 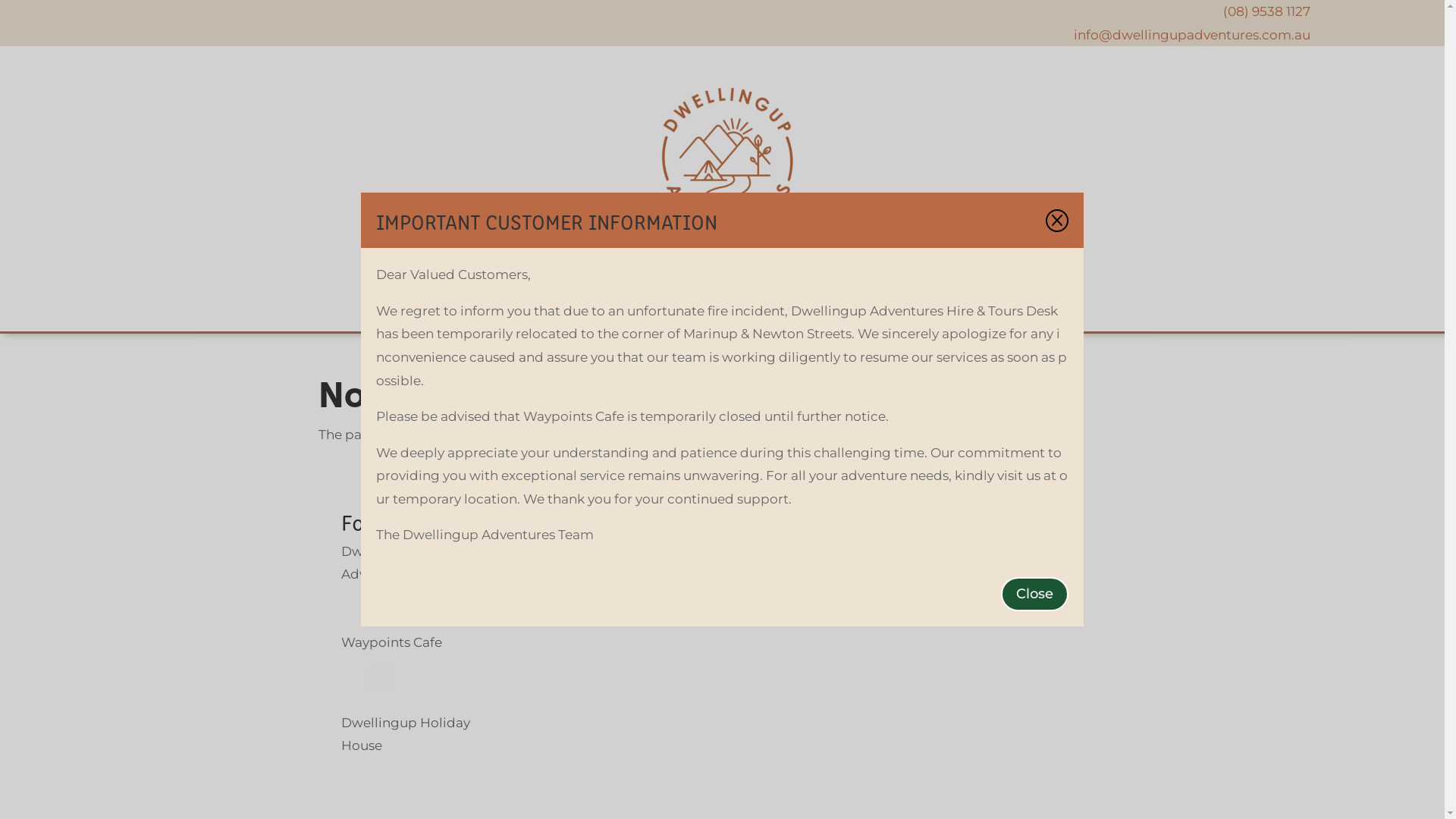 What do you see at coordinates (381, 686) in the screenshot?
I see `'Follow Waypoints Cafe on Instagram'` at bounding box center [381, 686].